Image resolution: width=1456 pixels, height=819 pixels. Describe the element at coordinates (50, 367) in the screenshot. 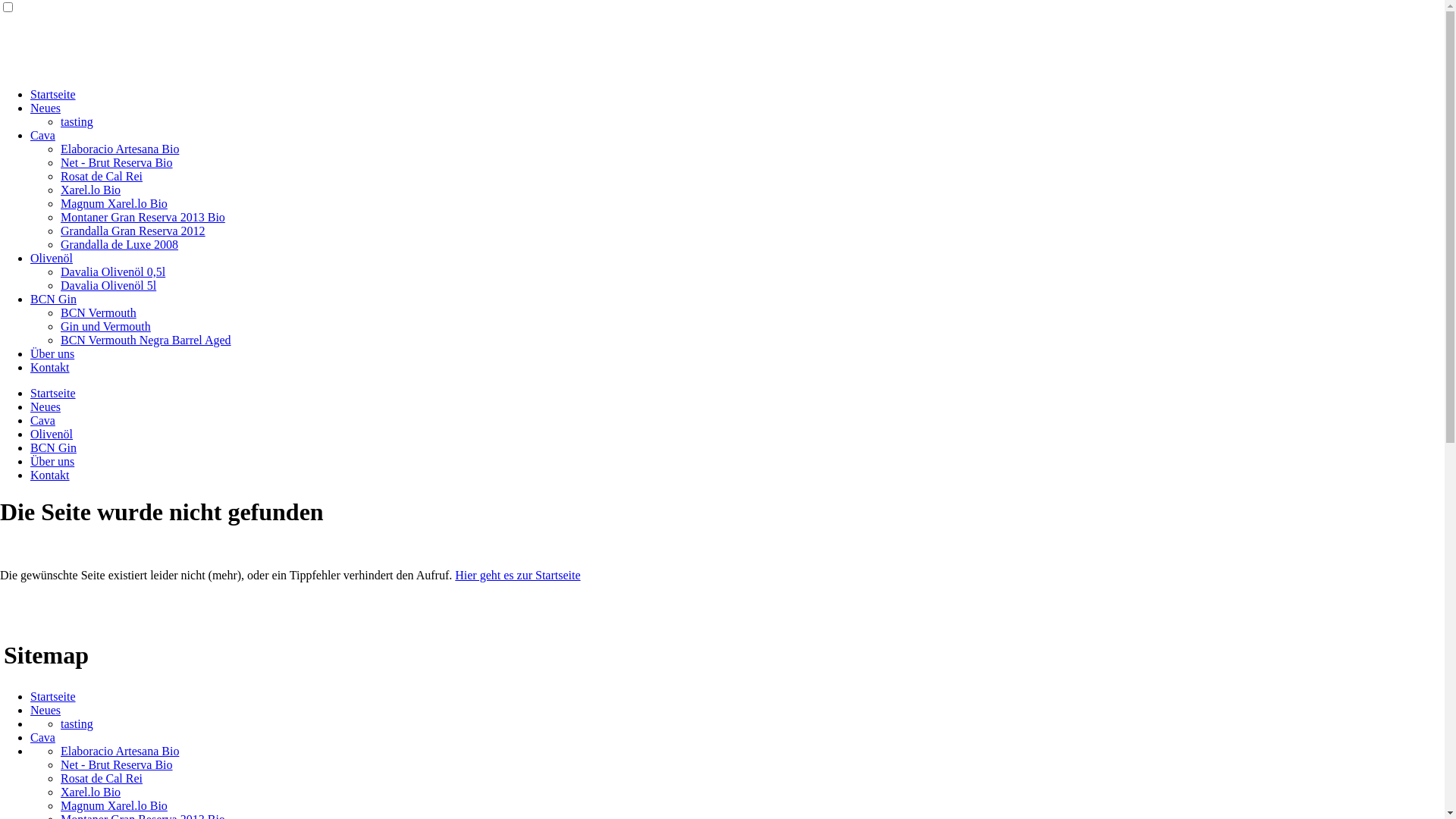

I see `'Kontakt'` at that location.